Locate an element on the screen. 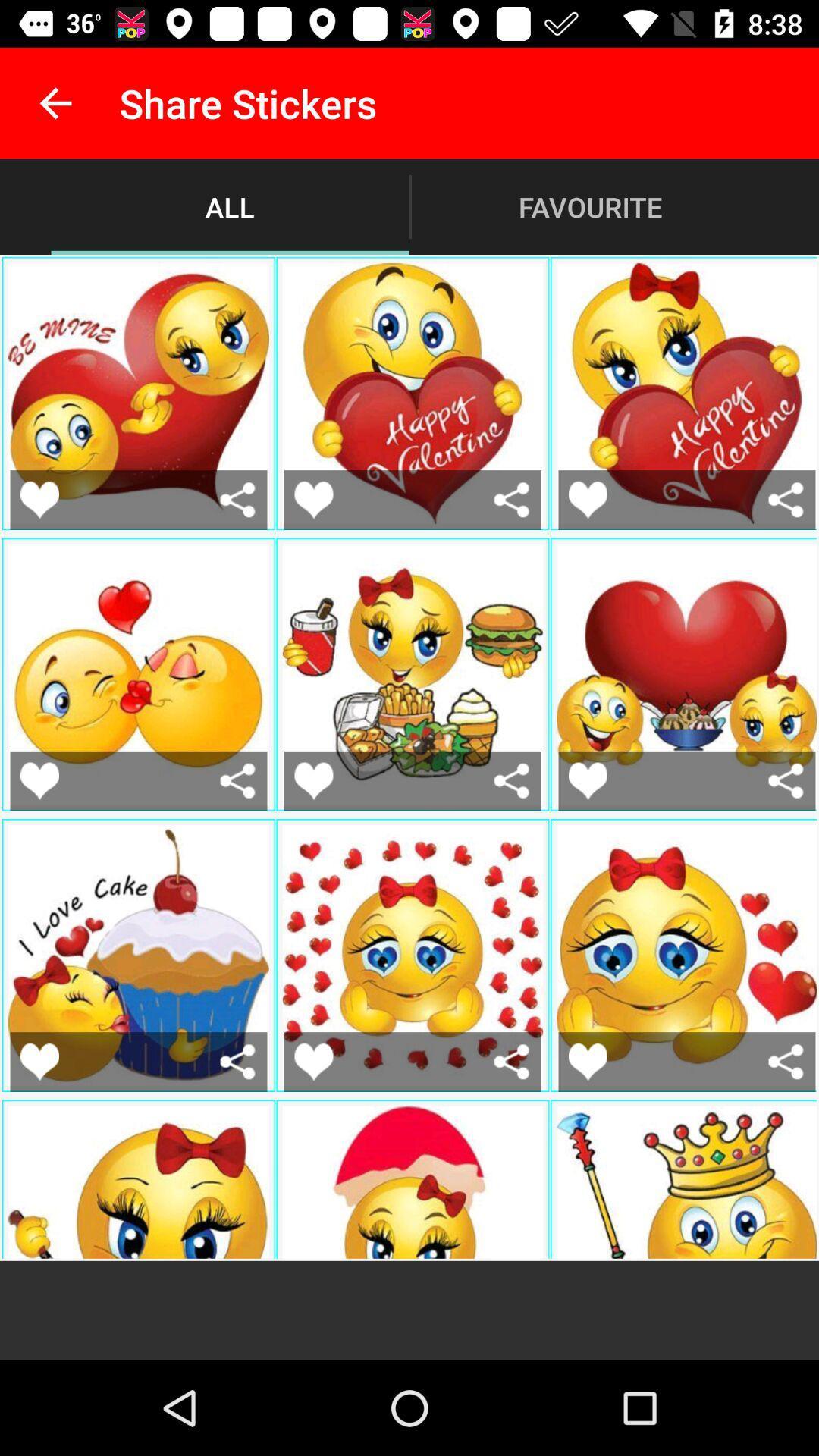  share option is located at coordinates (512, 780).